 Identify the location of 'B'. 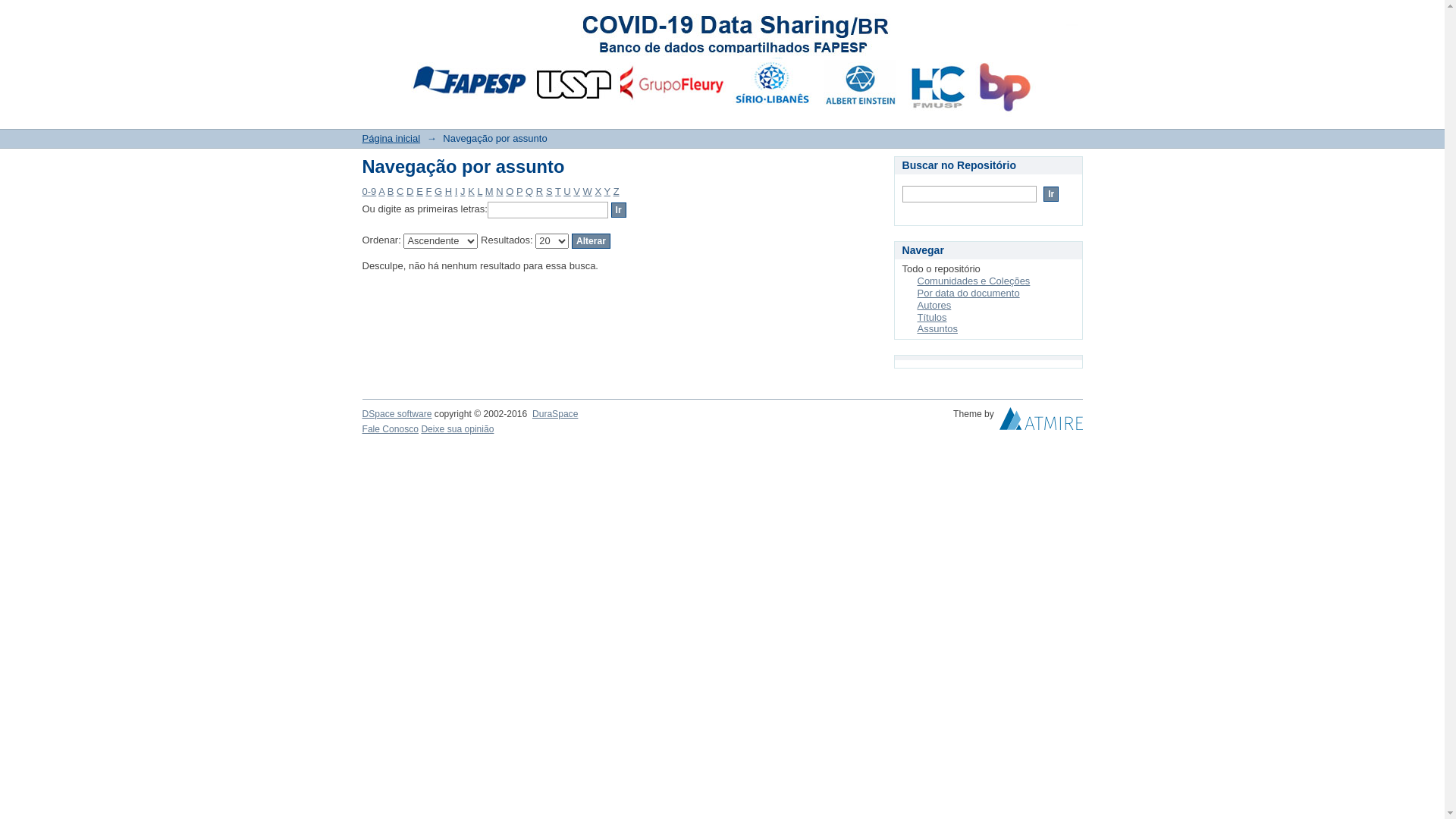
(391, 190).